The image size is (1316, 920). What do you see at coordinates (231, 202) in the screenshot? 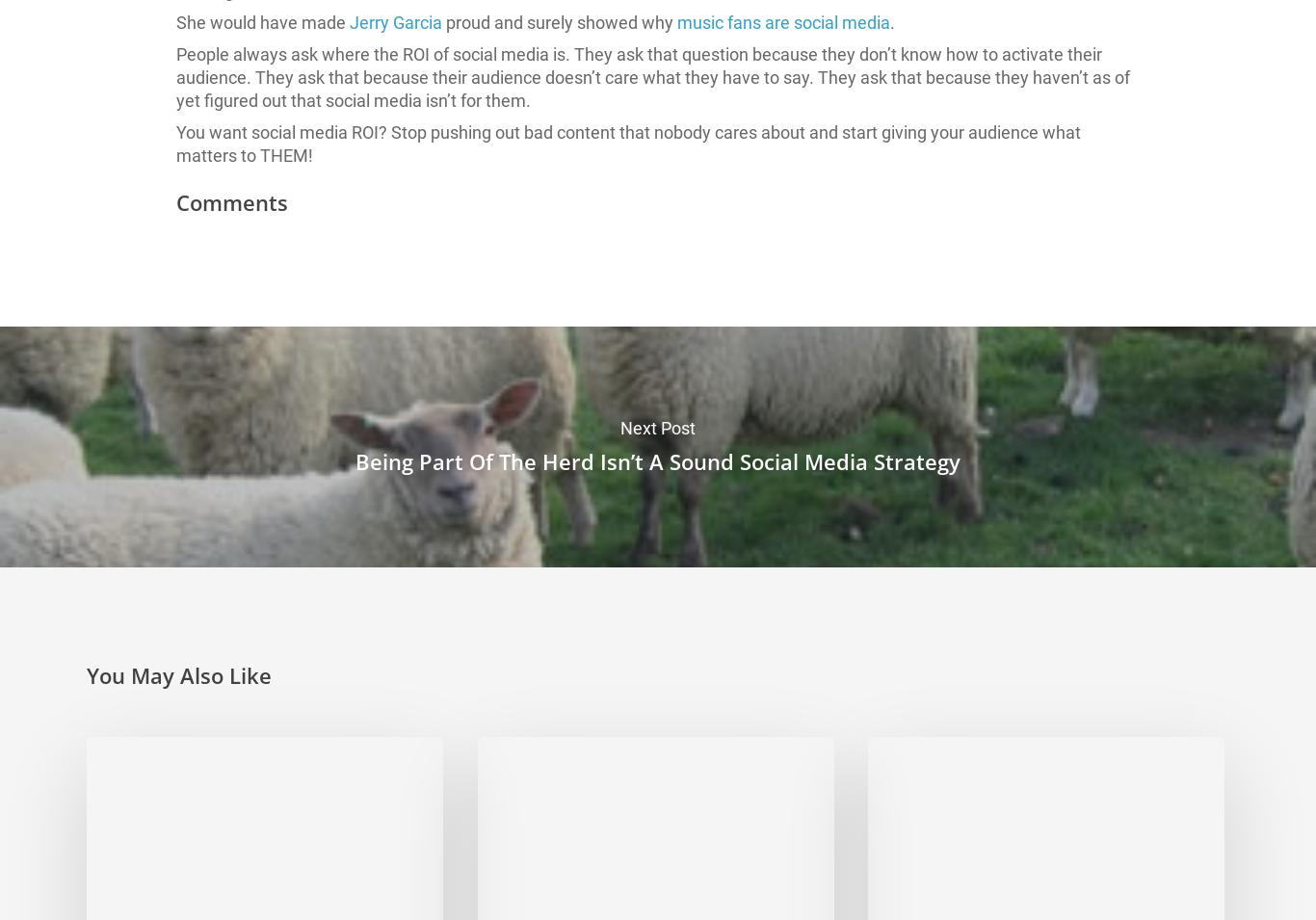
I see `'Comments'` at bounding box center [231, 202].